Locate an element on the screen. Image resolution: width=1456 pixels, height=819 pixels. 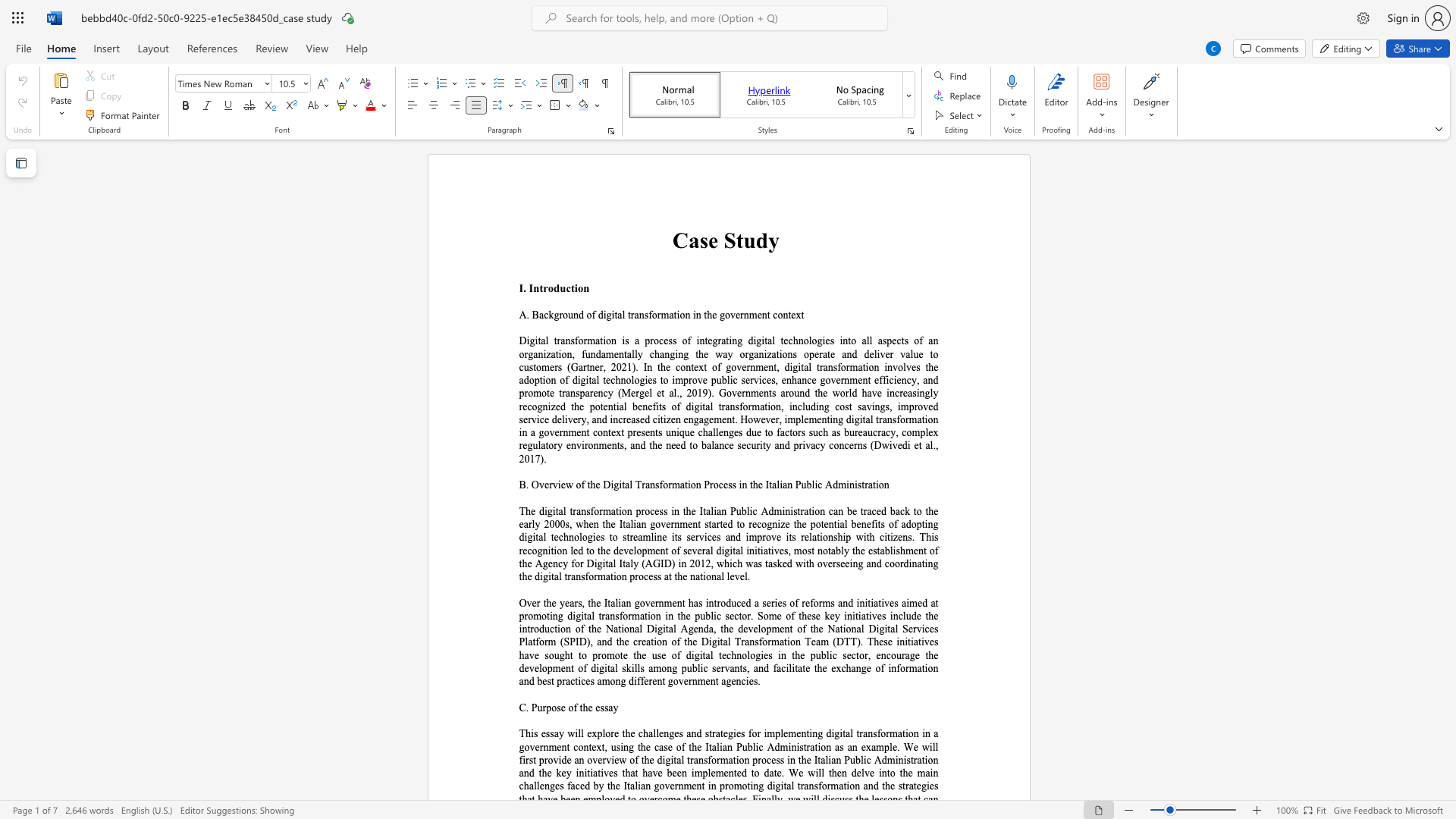
the 2th character "i" in the text is located at coordinates (792, 667).